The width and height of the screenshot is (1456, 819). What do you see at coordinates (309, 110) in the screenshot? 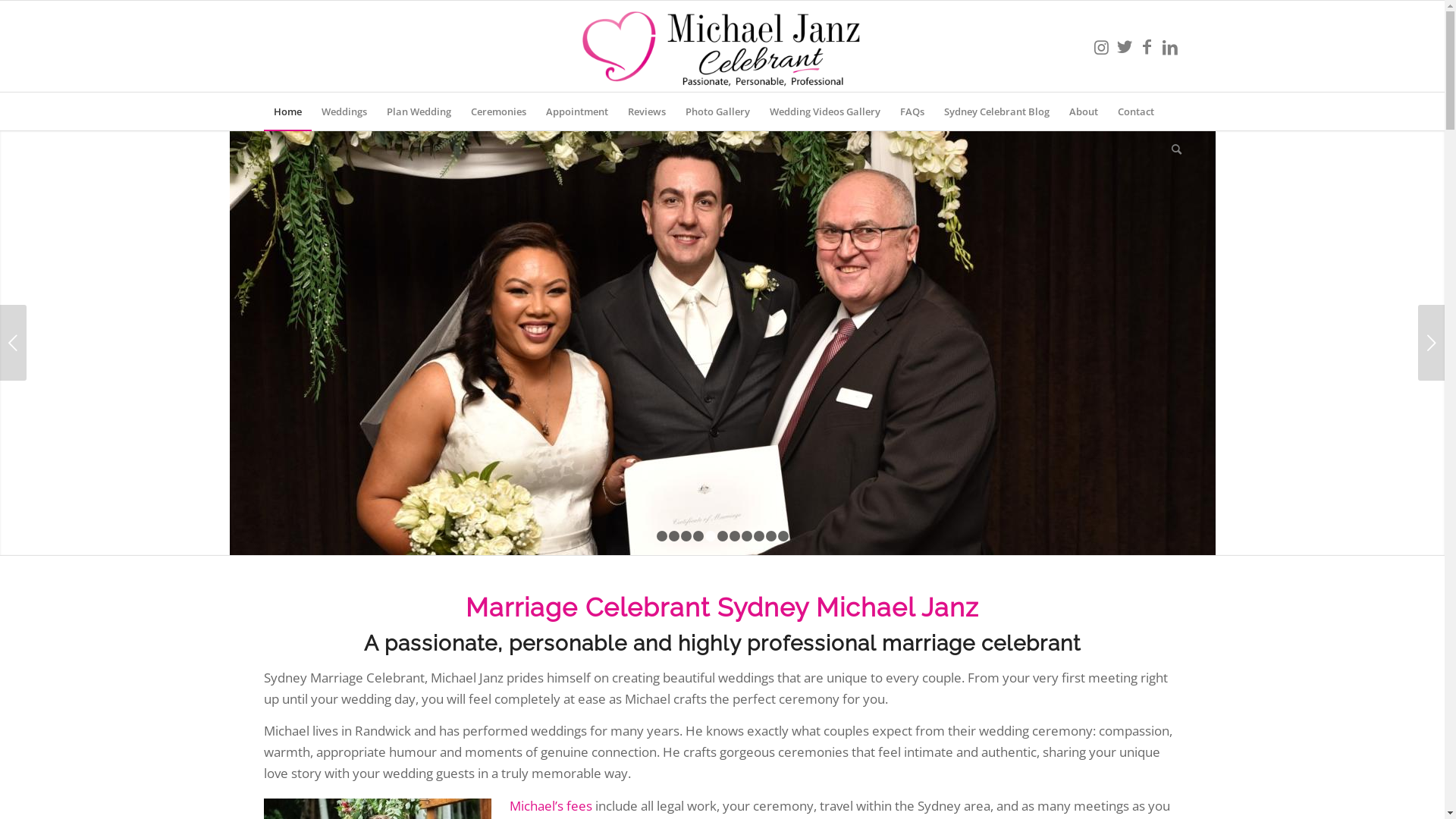
I see `'Weddings'` at bounding box center [309, 110].